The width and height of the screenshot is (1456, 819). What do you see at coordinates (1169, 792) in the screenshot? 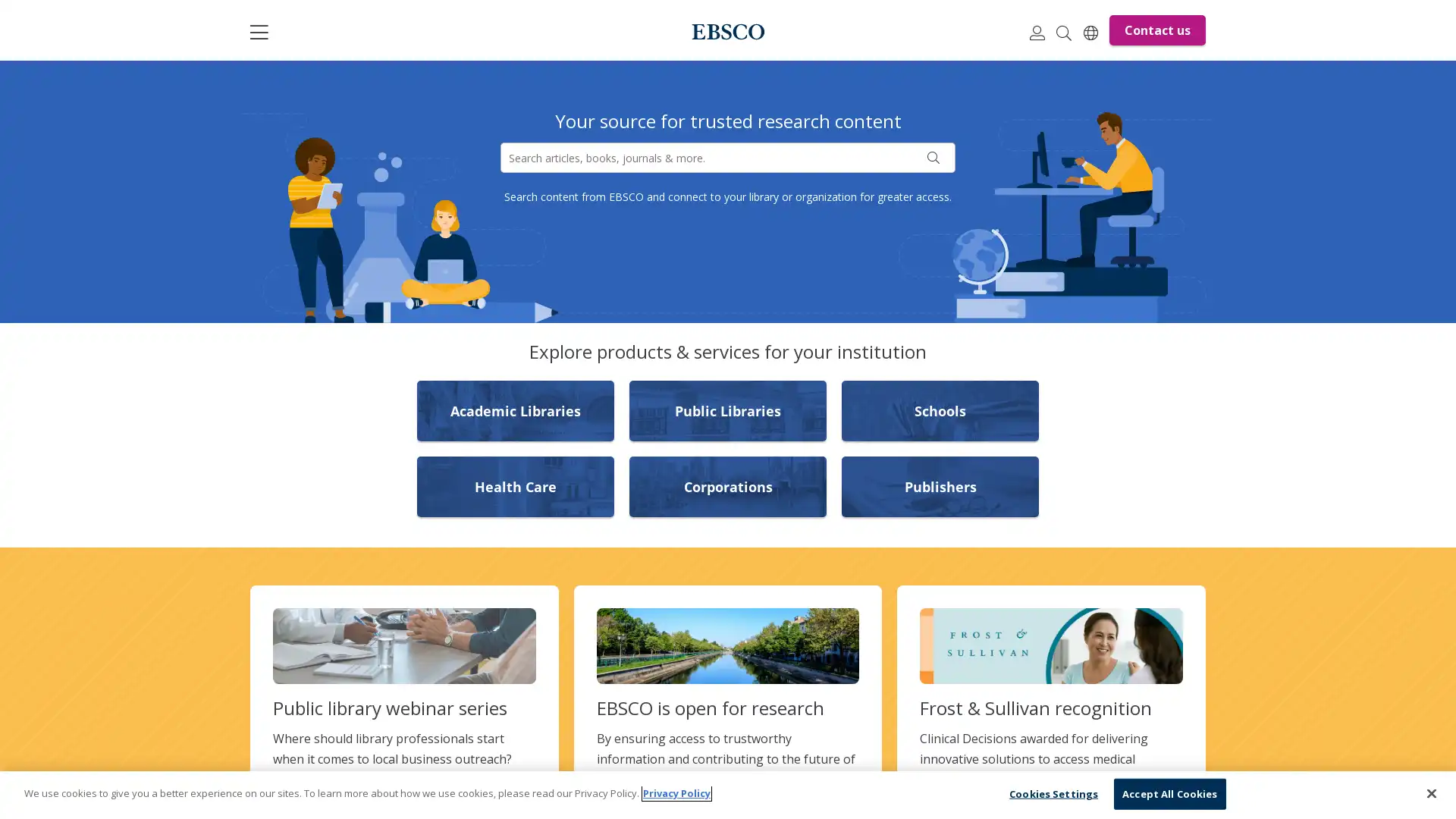
I see `Accept All Cookies` at bounding box center [1169, 792].